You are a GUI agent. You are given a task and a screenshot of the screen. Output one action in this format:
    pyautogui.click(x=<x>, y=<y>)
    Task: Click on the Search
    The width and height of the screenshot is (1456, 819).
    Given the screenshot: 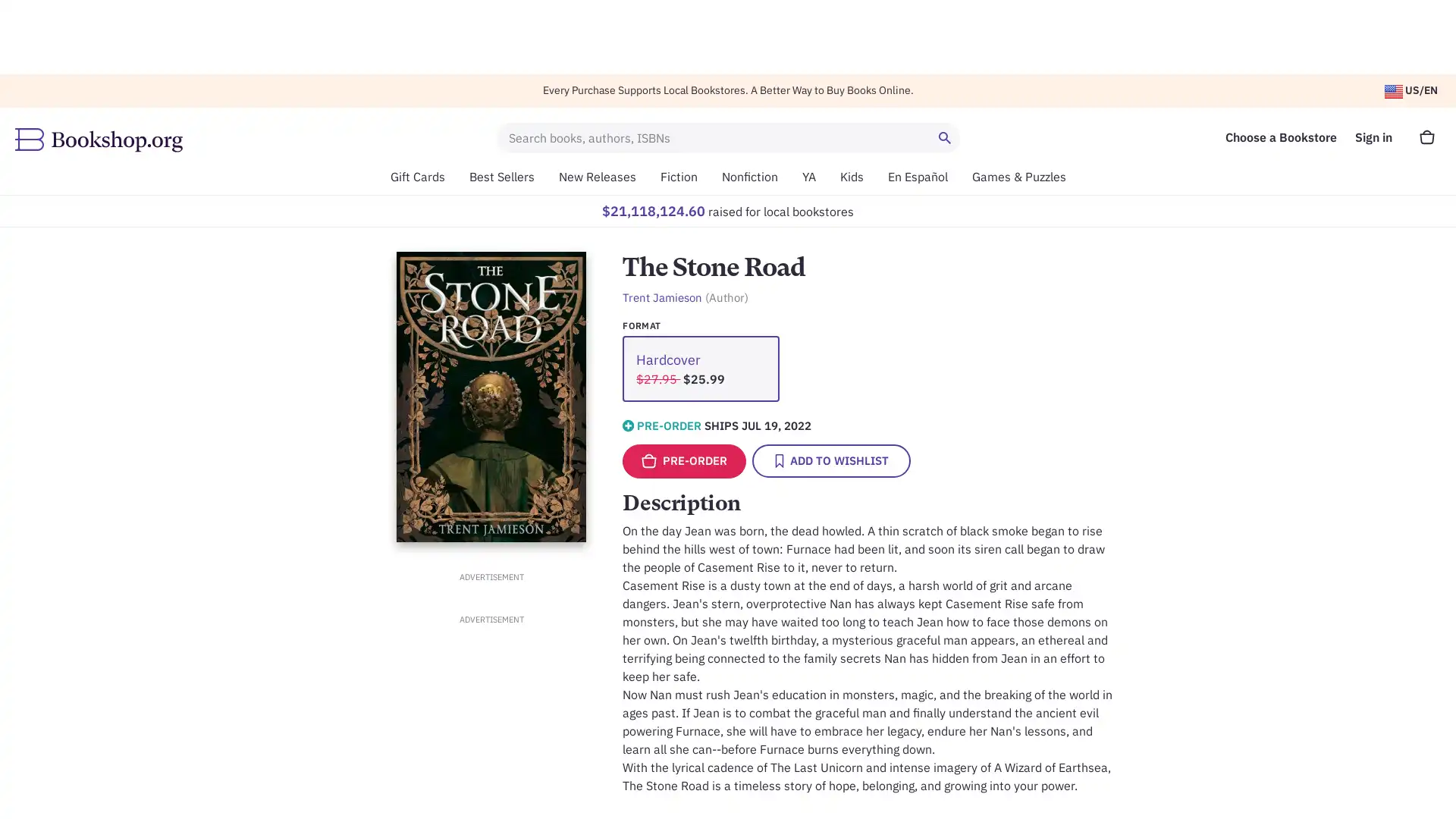 What is the action you would take?
    pyautogui.click(x=946, y=137)
    